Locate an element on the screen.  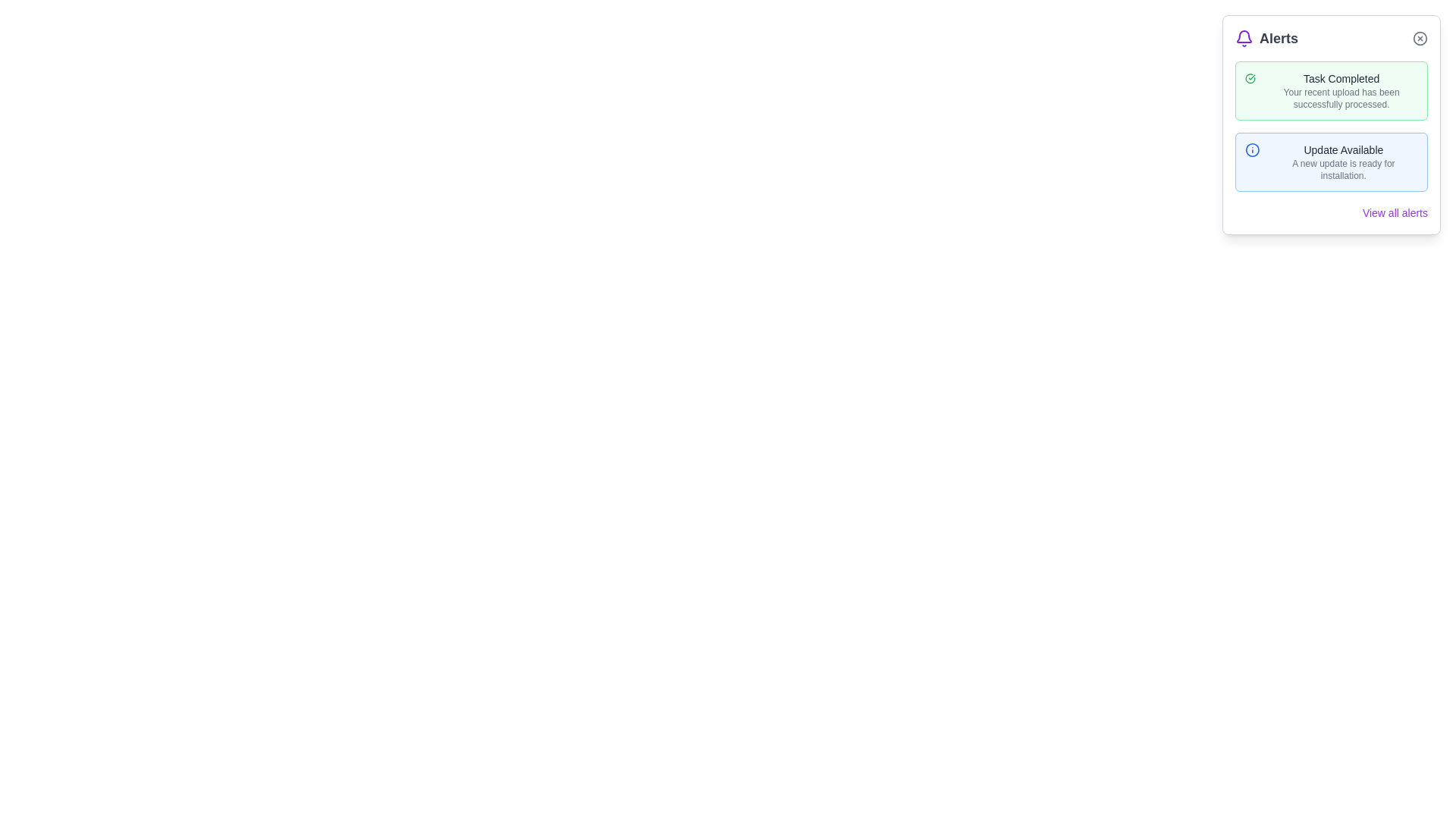
the descriptive text providing information about the update located under the heading 'Update Available' in the notification box is located at coordinates (1343, 169).